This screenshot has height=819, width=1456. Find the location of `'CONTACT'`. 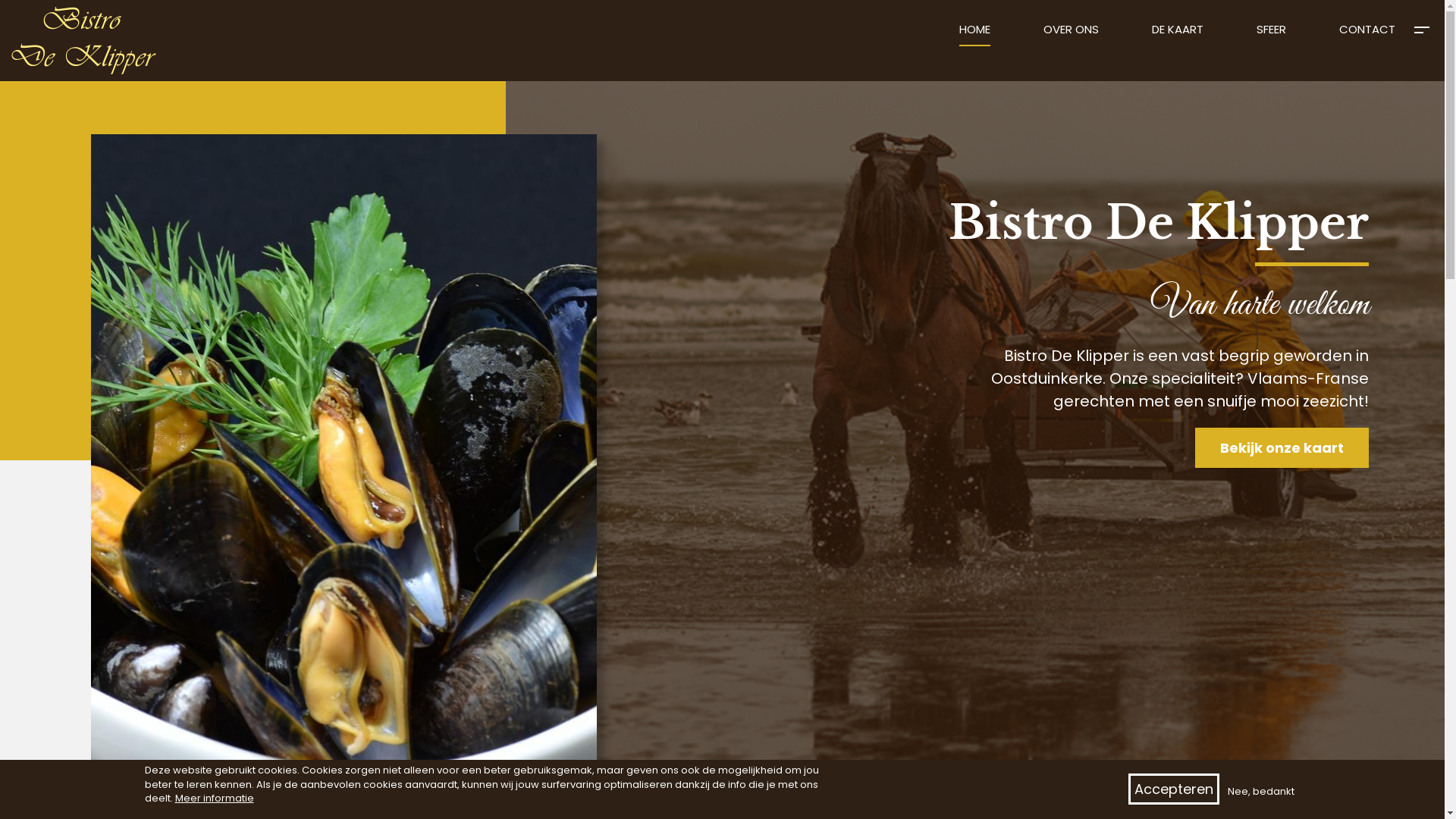

'CONTACT' is located at coordinates (1367, 34).